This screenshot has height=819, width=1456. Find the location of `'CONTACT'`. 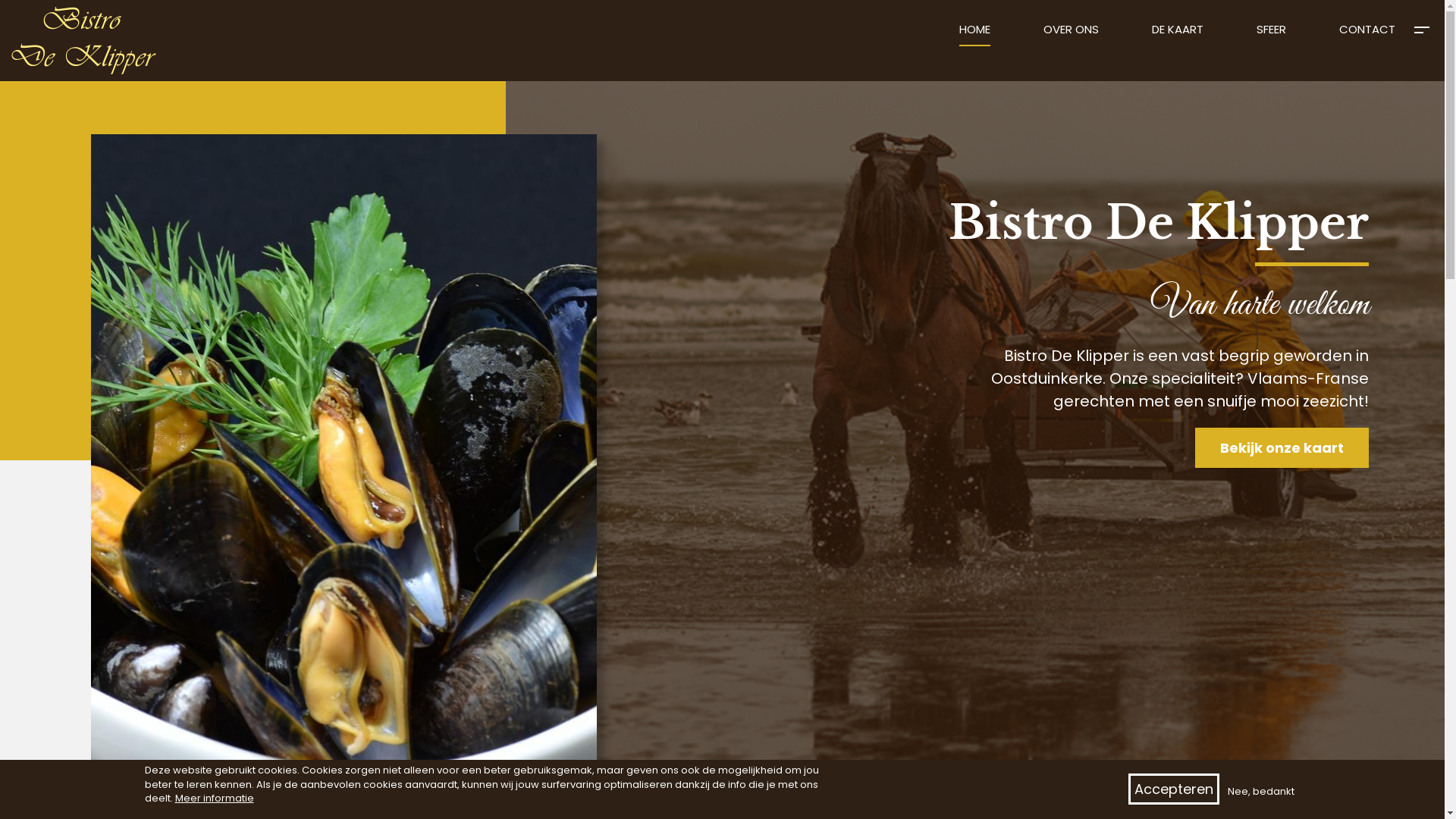

'CONTACT' is located at coordinates (1367, 34).